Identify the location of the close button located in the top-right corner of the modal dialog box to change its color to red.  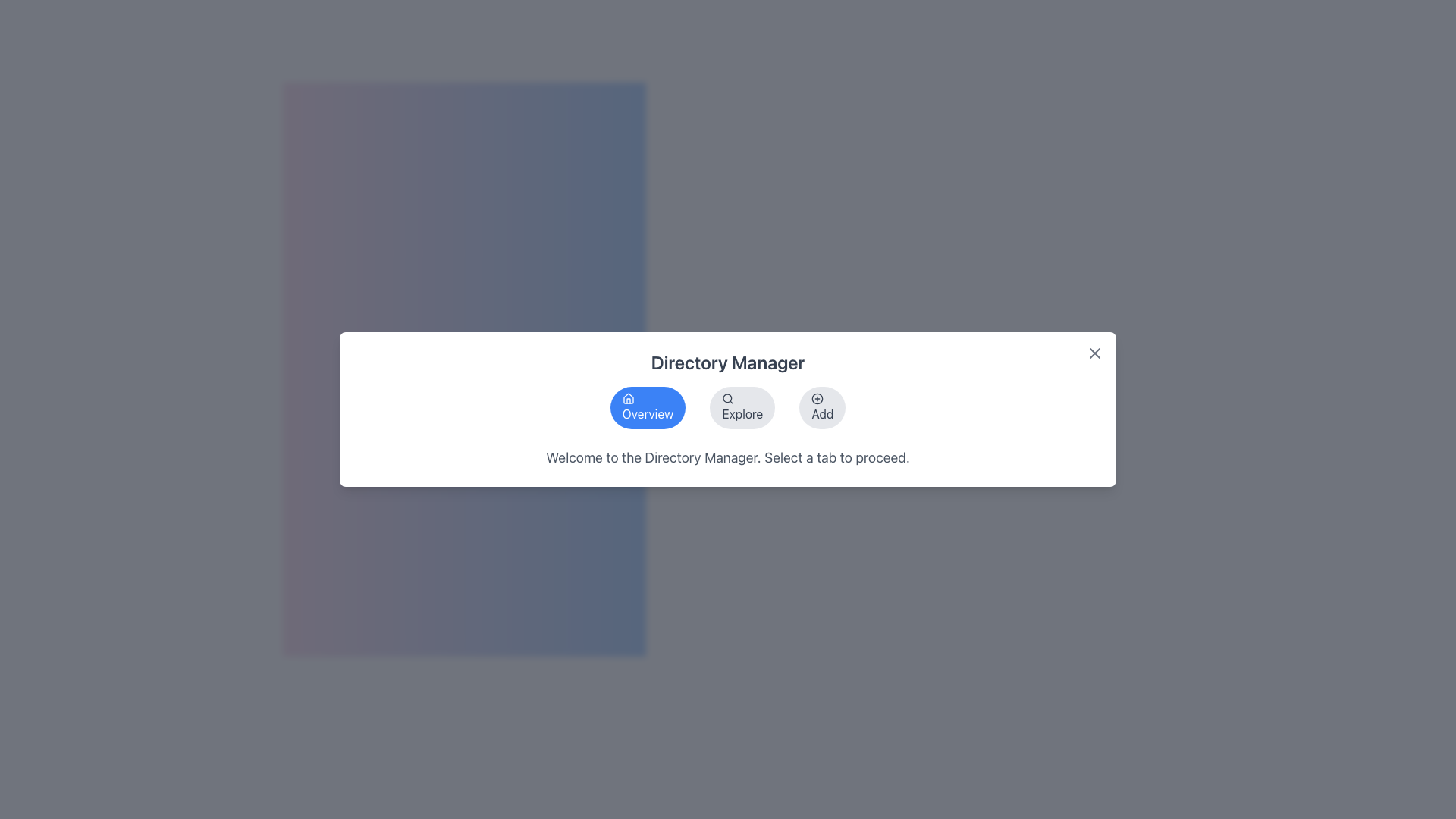
(1095, 353).